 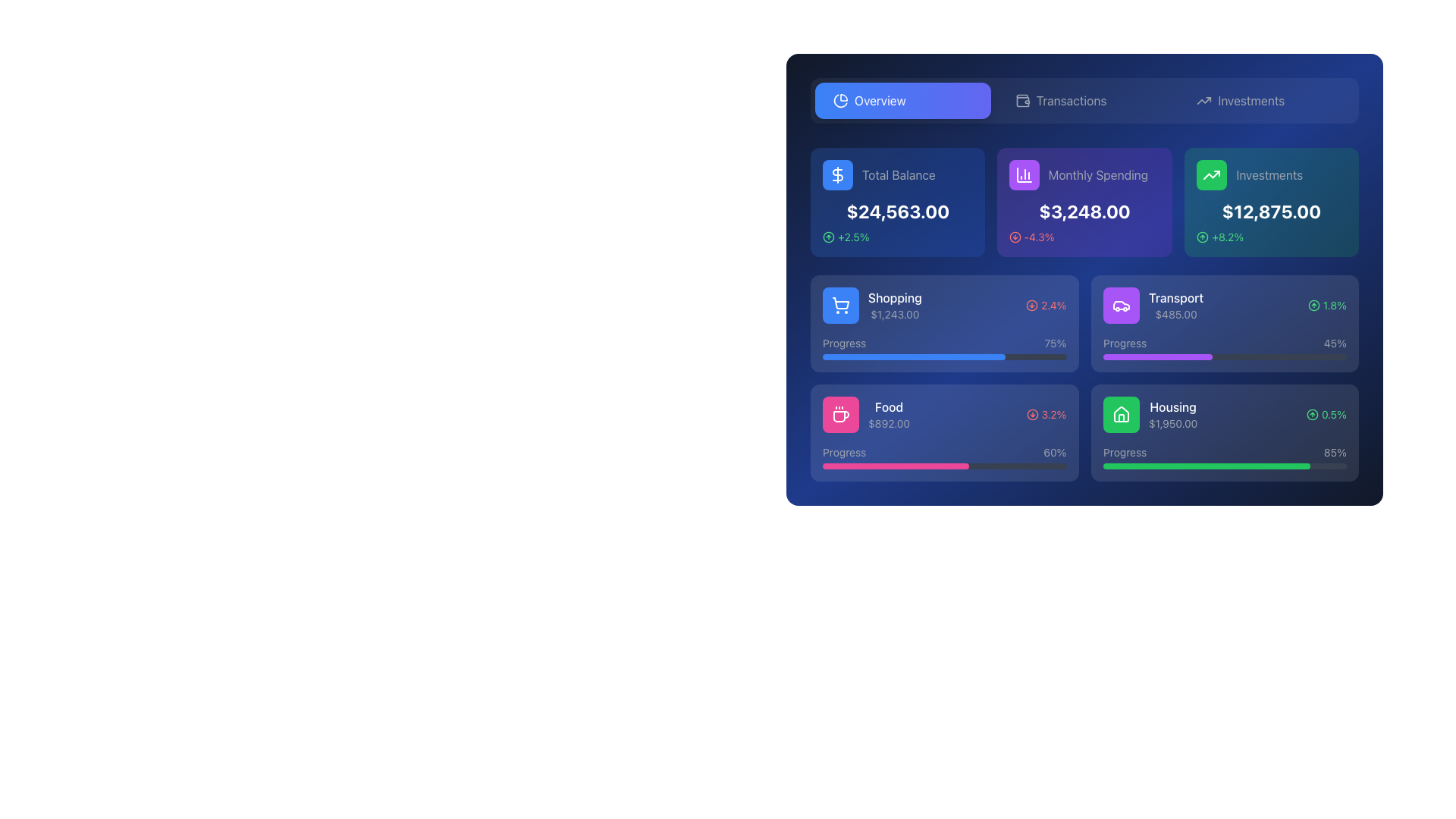 I want to click on the Progress bar element displaying 'Progress' on the left and '45%' on the right, which is located in the 'Transport' section of the interface, so click(x=1225, y=348).